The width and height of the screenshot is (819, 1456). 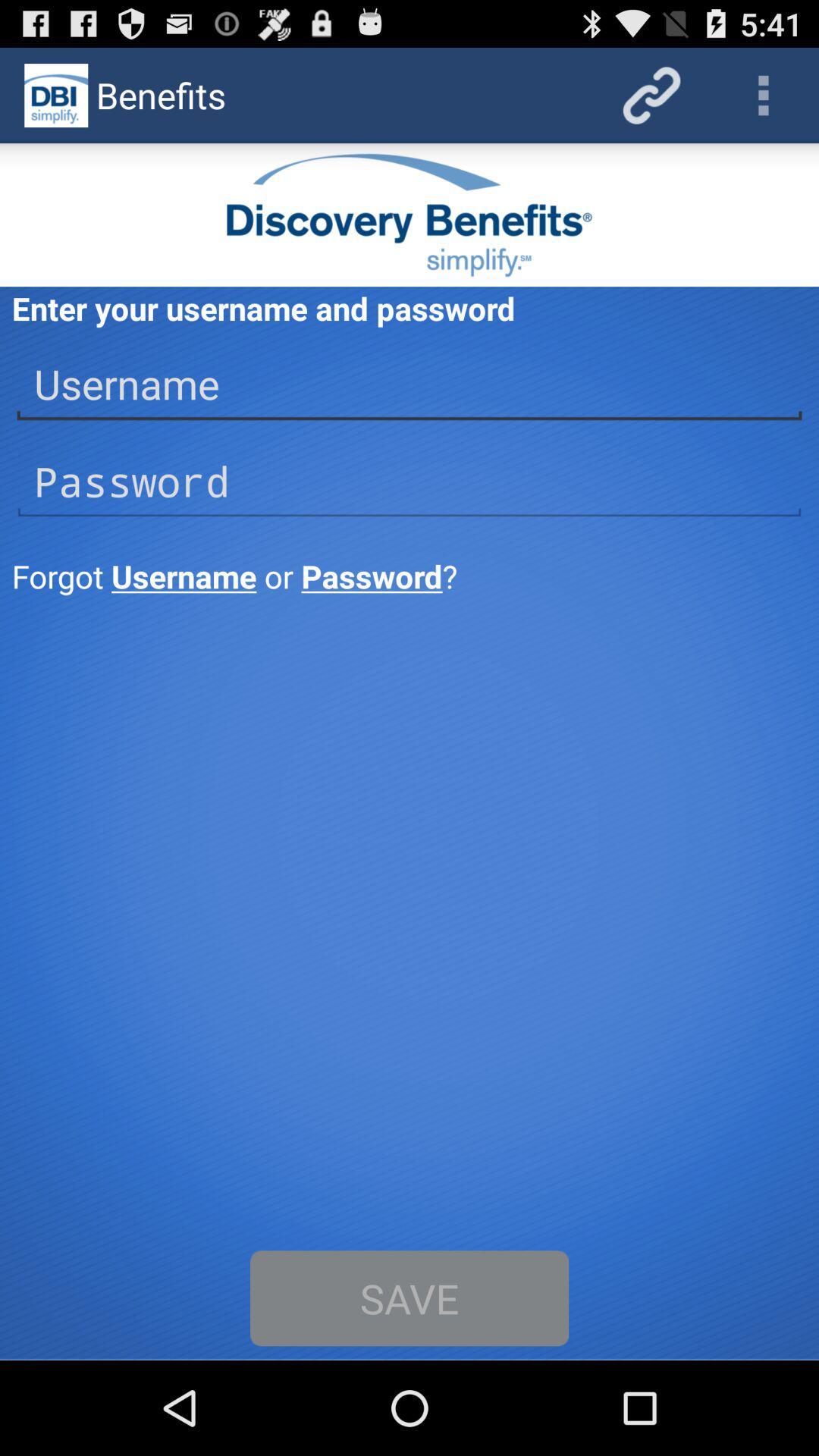 I want to click on username, so click(x=409, y=384).